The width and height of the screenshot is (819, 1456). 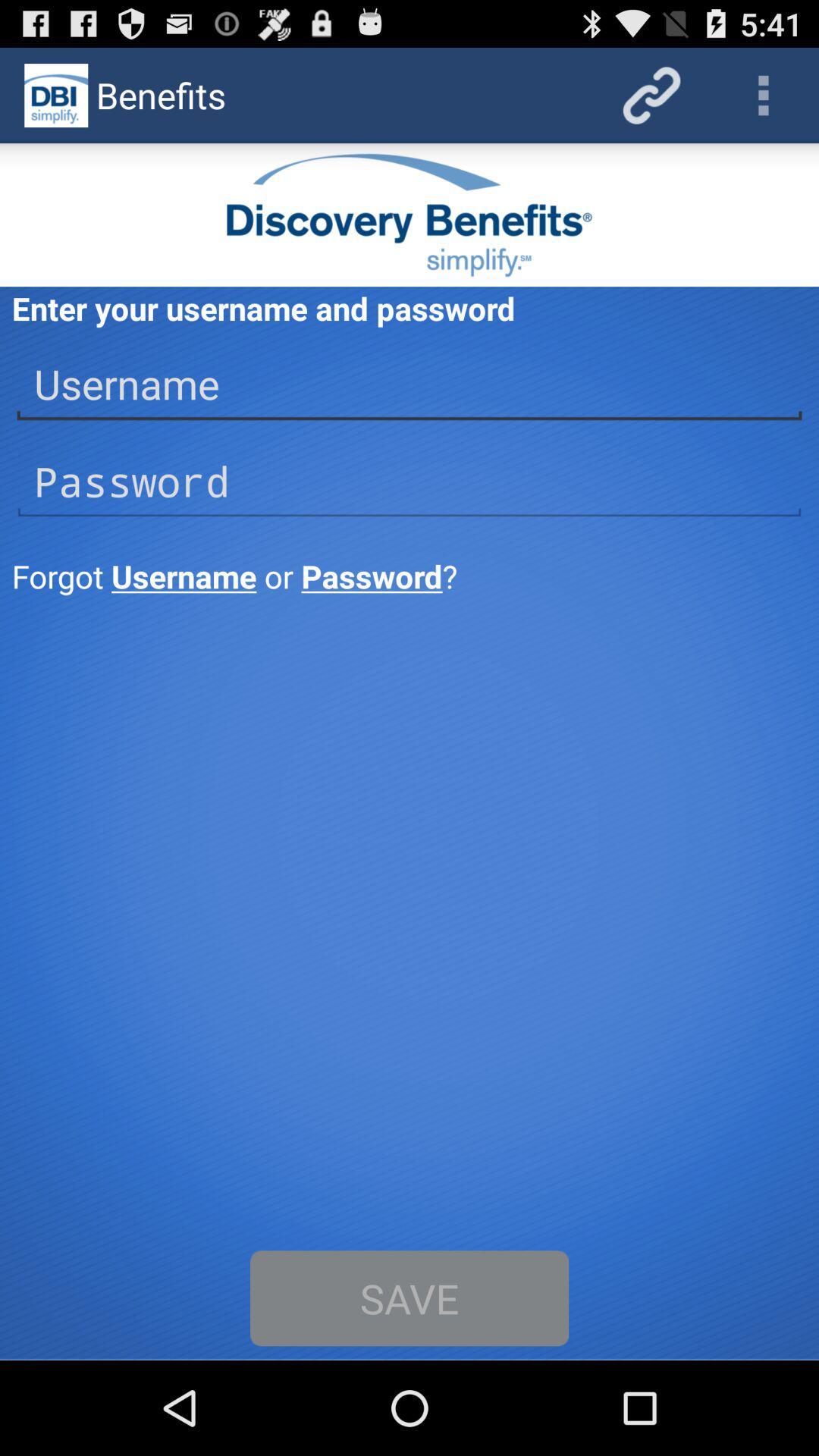 I want to click on username, so click(x=409, y=384).